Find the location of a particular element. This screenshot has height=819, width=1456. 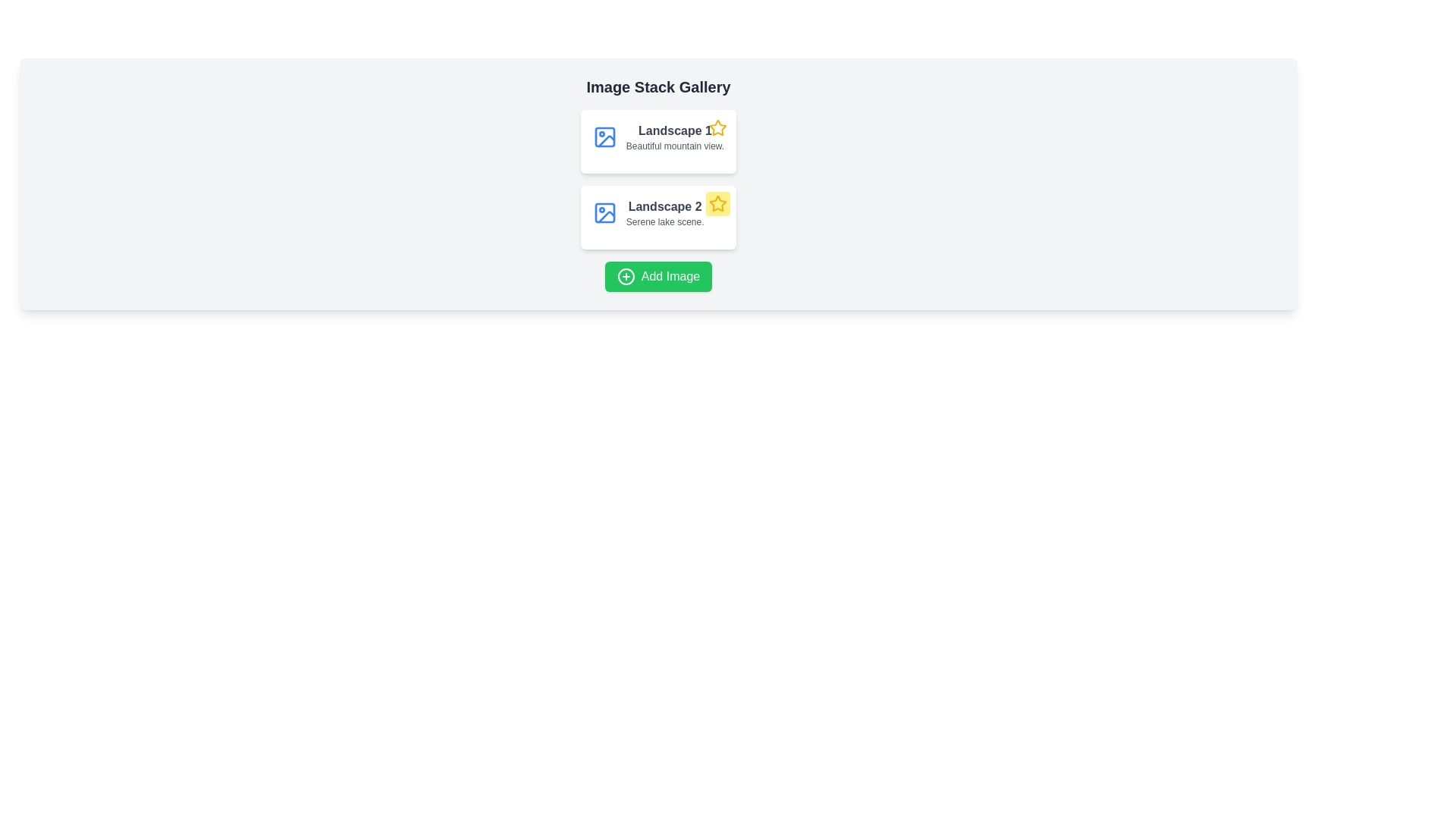

the Text label that serves as a title for 'Landscape 2', positioned under the 'Landscape' label and above 'Serene lake scene' is located at coordinates (665, 207).